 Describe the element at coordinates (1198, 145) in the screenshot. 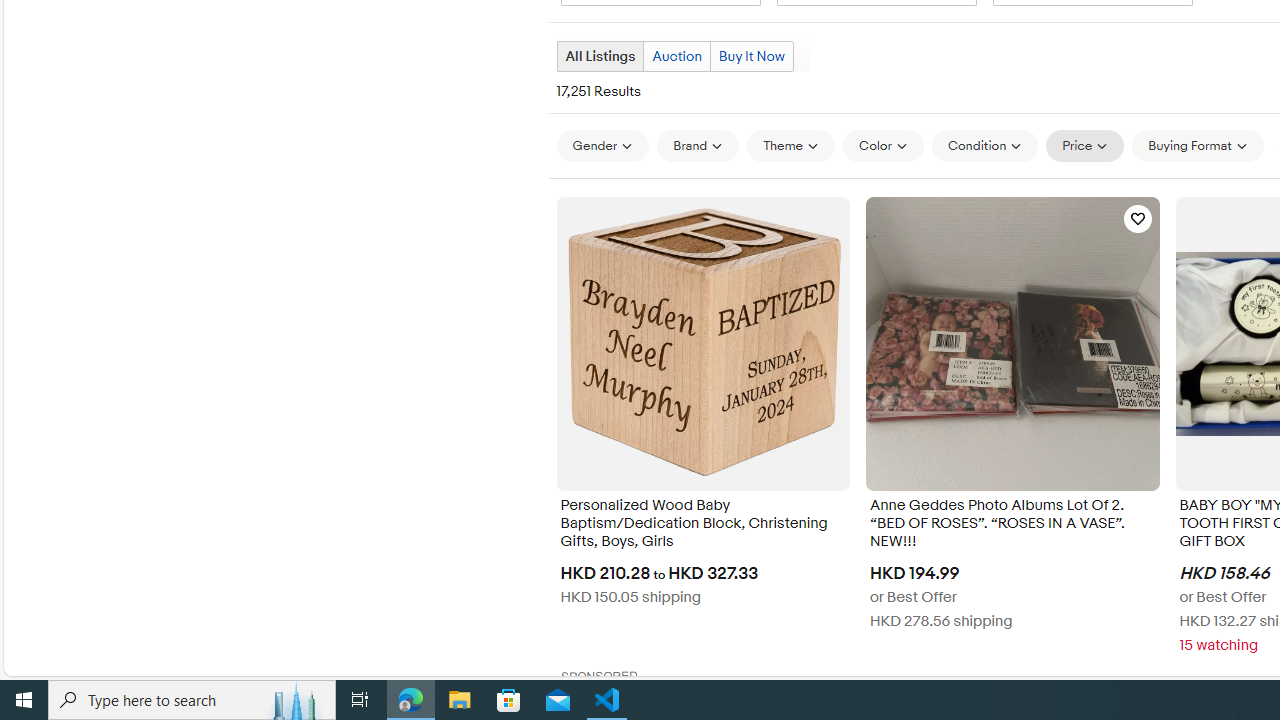

I see `'Buying Format'` at that location.